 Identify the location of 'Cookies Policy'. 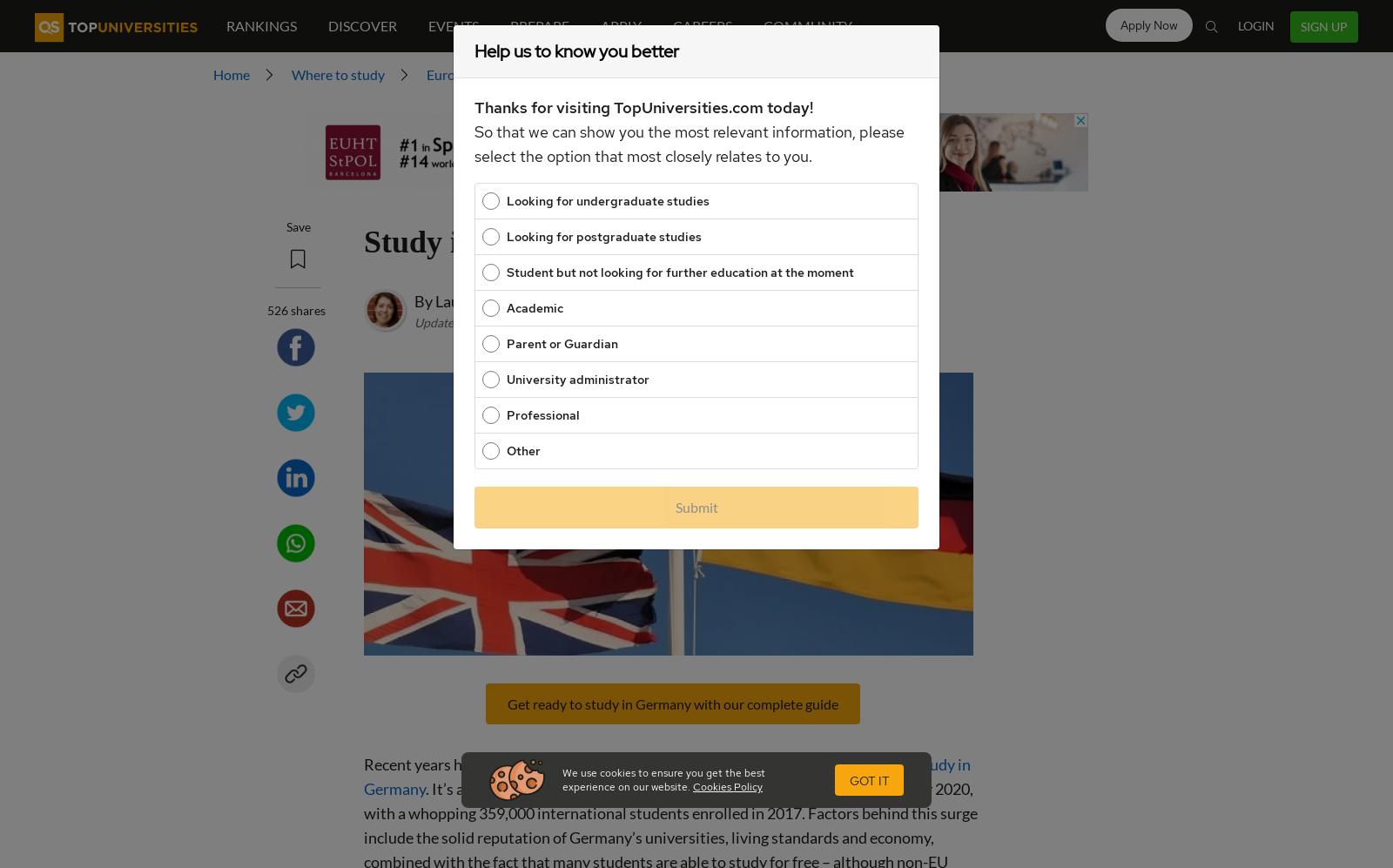
(727, 785).